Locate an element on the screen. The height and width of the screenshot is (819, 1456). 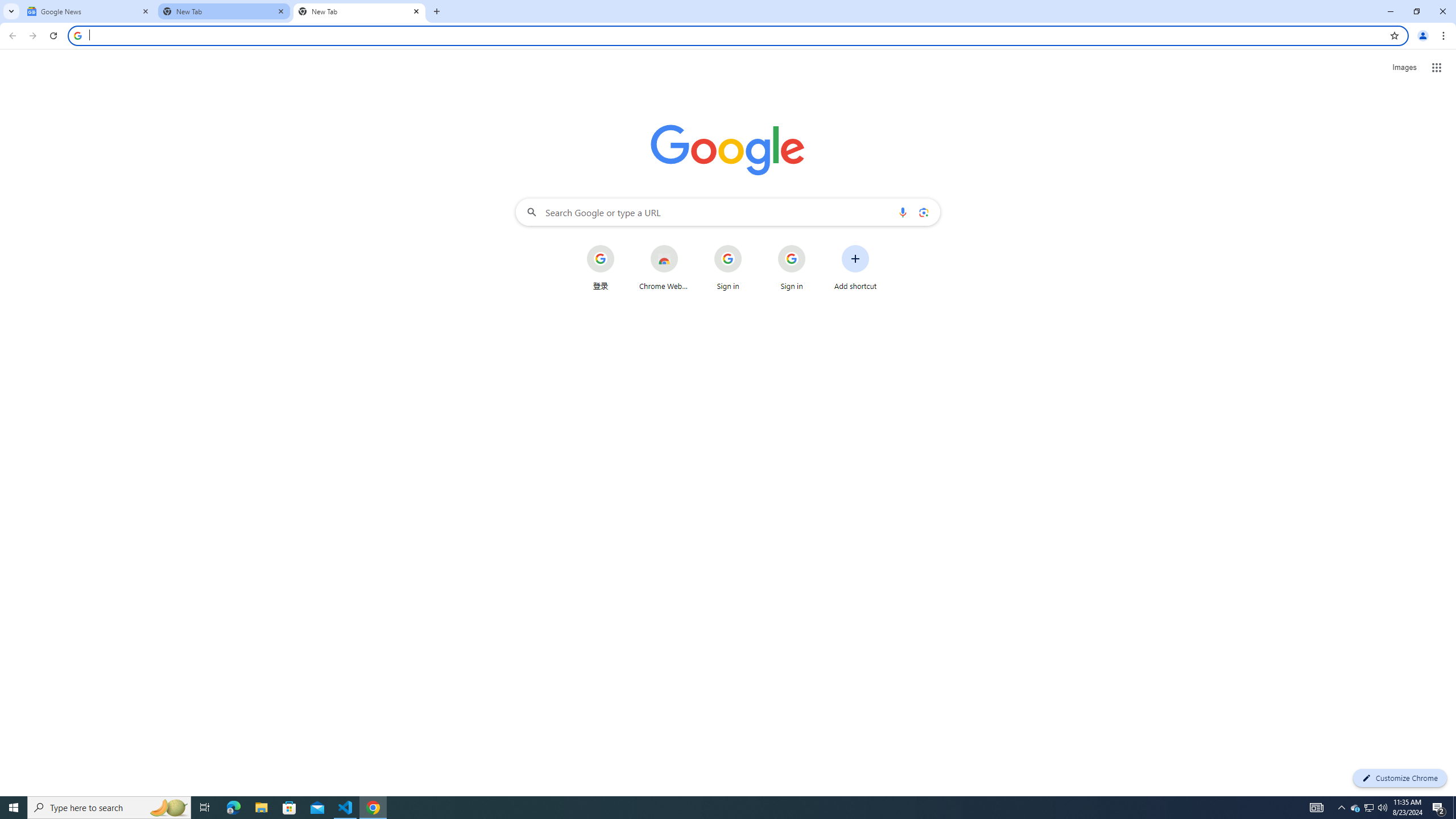
'More actions for Sign in shortcut' is located at coordinates (814, 246).